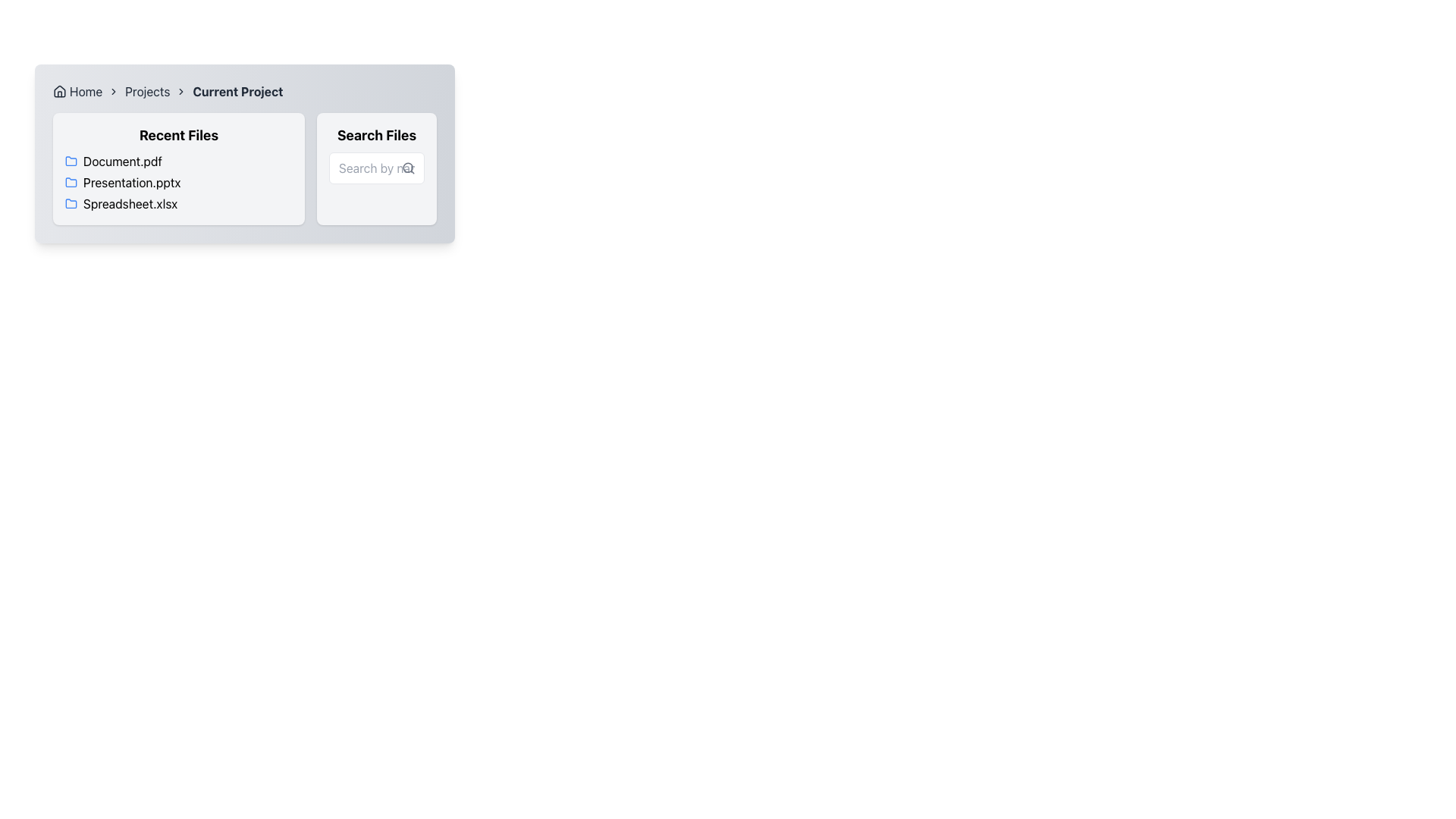 This screenshot has height=819, width=1456. I want to click on the folder icon representing 'Spreadsheet.xlsx' in the bottom left corner of the 'Recent Files' section, so click(71, 203).